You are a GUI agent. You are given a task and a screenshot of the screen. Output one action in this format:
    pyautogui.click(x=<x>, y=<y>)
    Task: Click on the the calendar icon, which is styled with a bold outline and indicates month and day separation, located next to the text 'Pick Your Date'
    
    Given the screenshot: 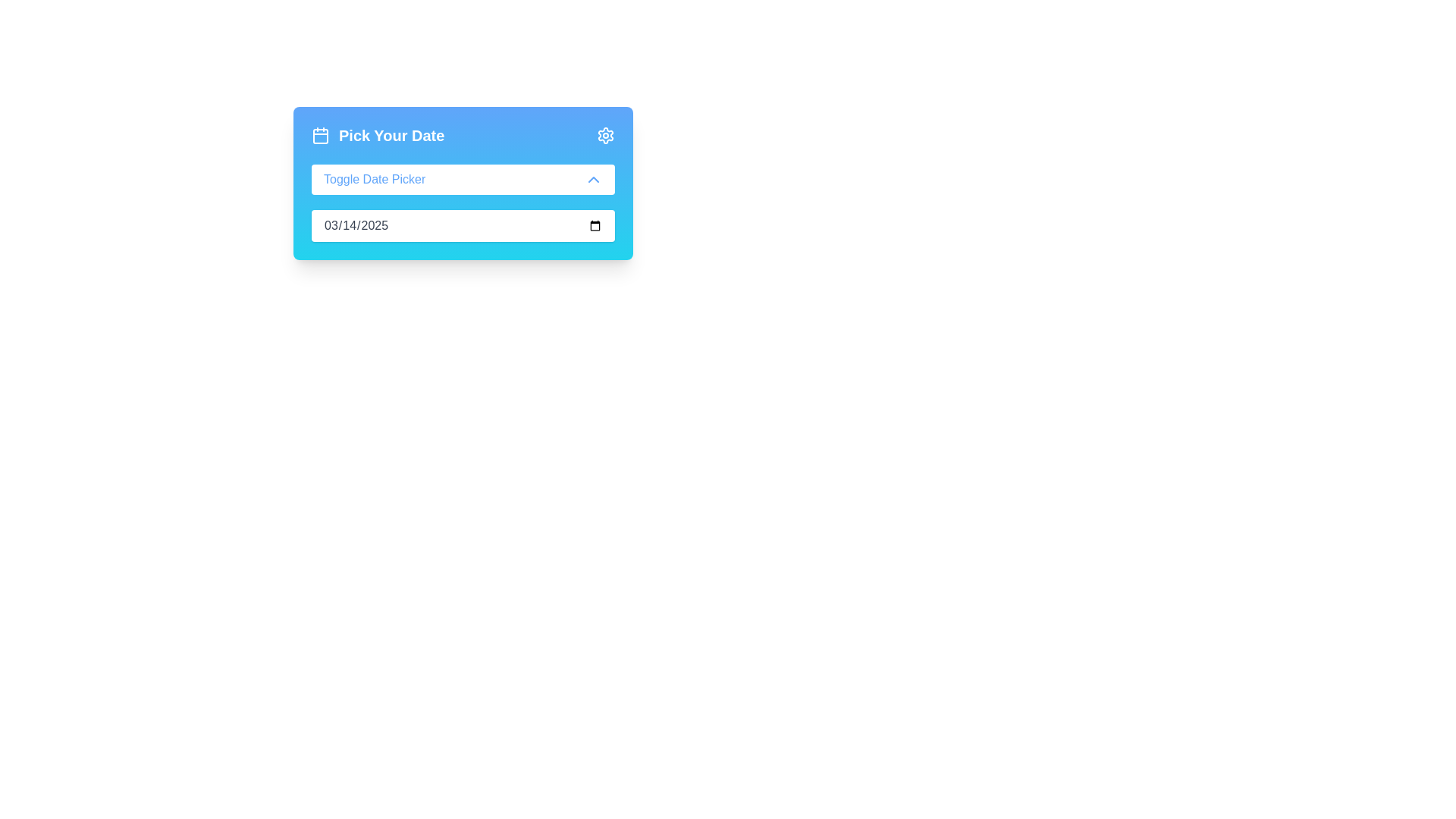 What is the action you would take?
    pyautogui.click(x=319, y=134)
    